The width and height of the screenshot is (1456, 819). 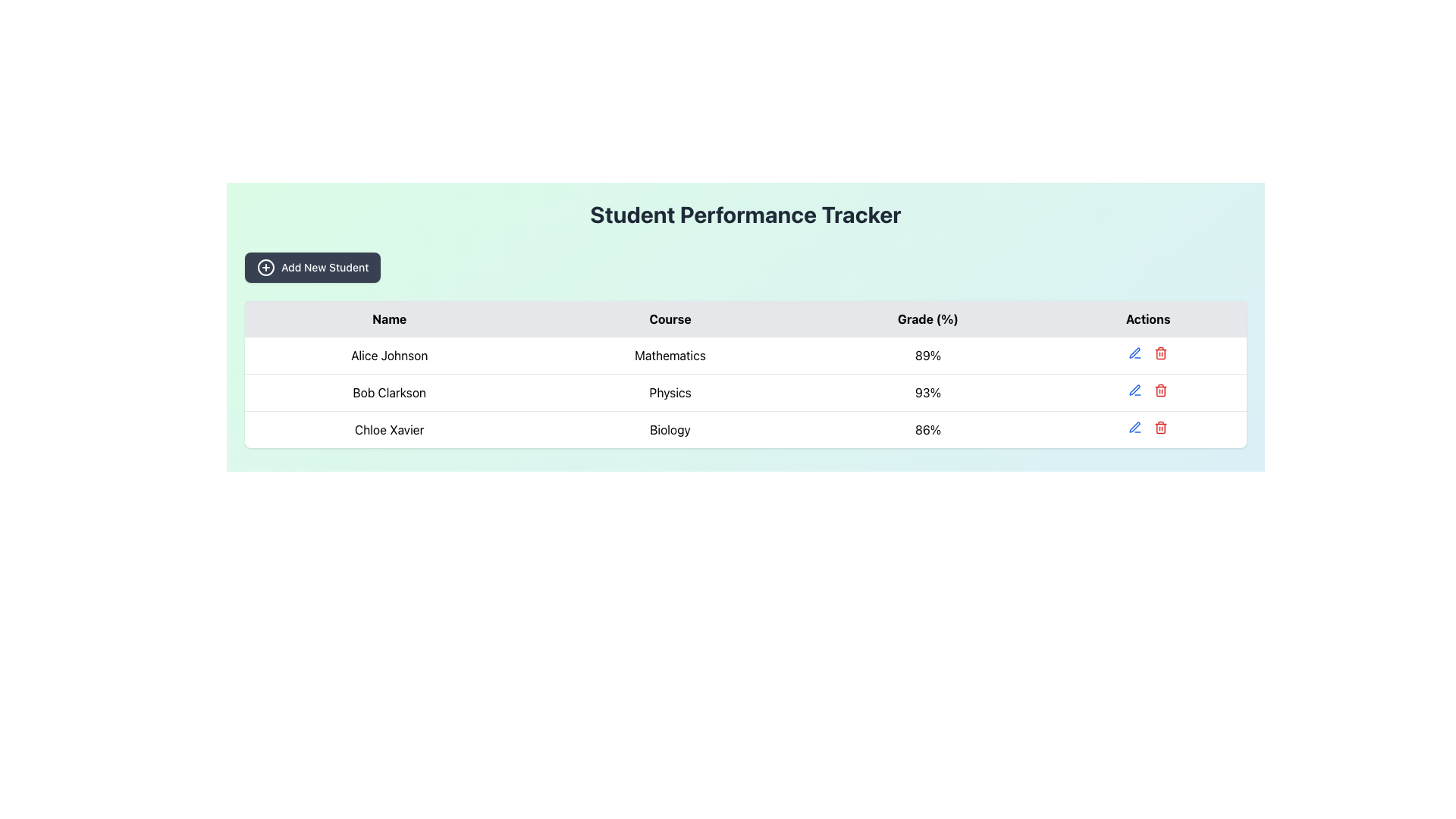 What do you see at coordinates (927, 318) in the screenshot?
I see `the third column header of the table, which indicates the 'Grade (%)' column, located between 'Course' and 'Actions'` at bounding box center [927, 318].